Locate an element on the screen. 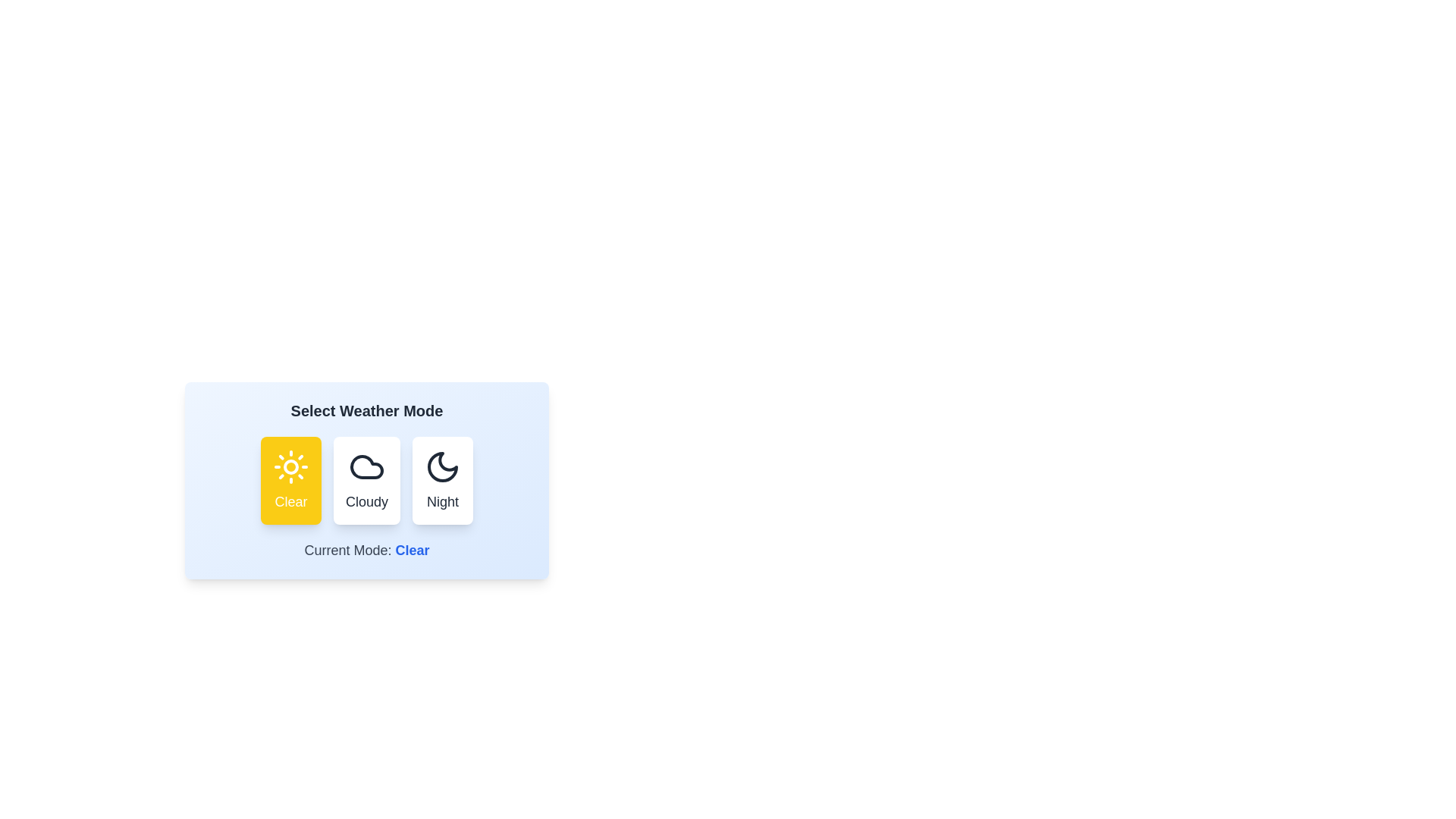  the Night button to view its hover effect is located at coordinates (442, 480).